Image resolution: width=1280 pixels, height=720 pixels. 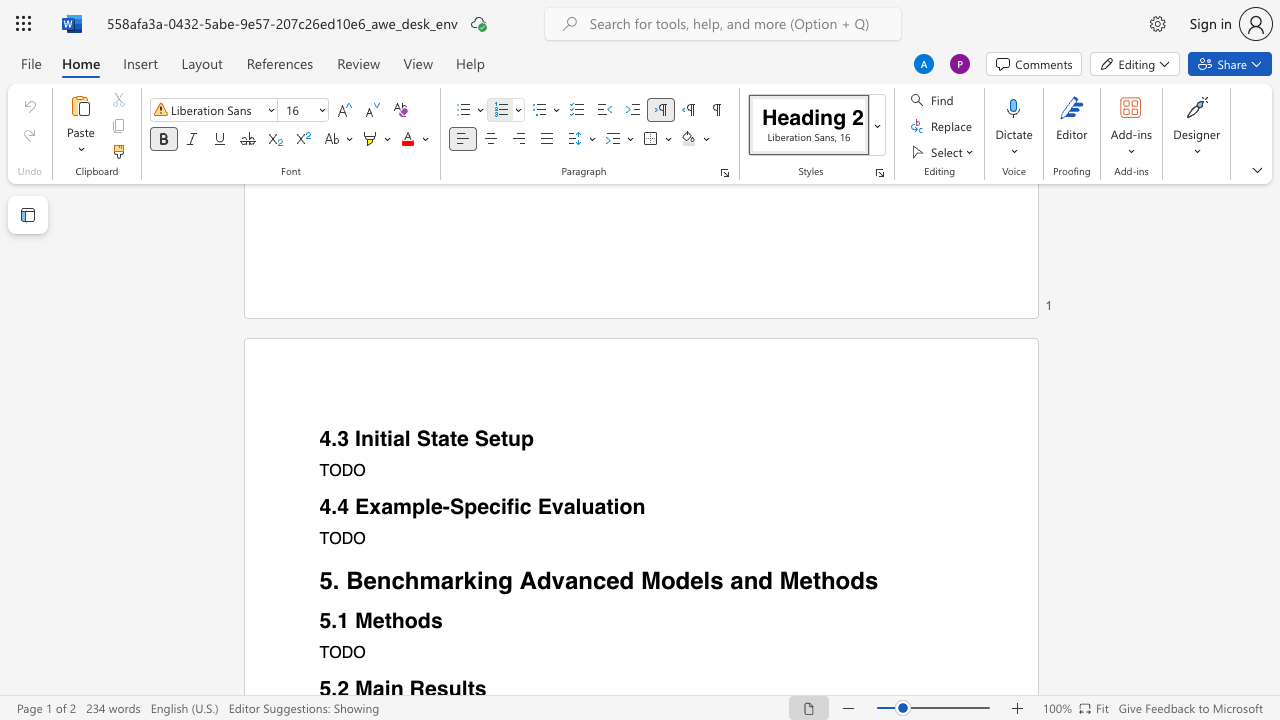 I want to click on the space between the continuous character "i" and "a" in the text, so click(x=394, y=438).